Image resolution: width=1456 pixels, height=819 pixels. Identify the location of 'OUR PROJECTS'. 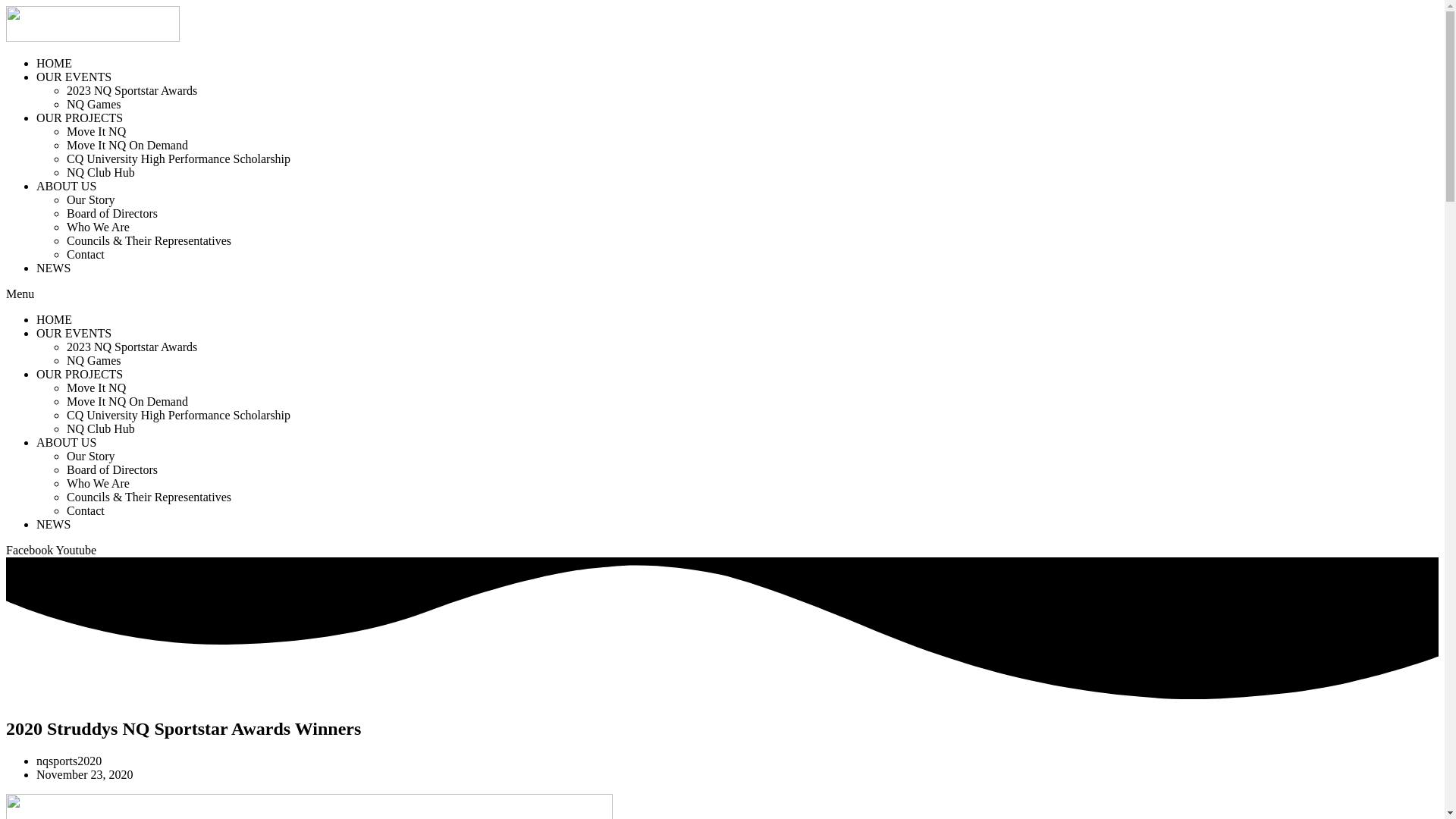
(79, 374).